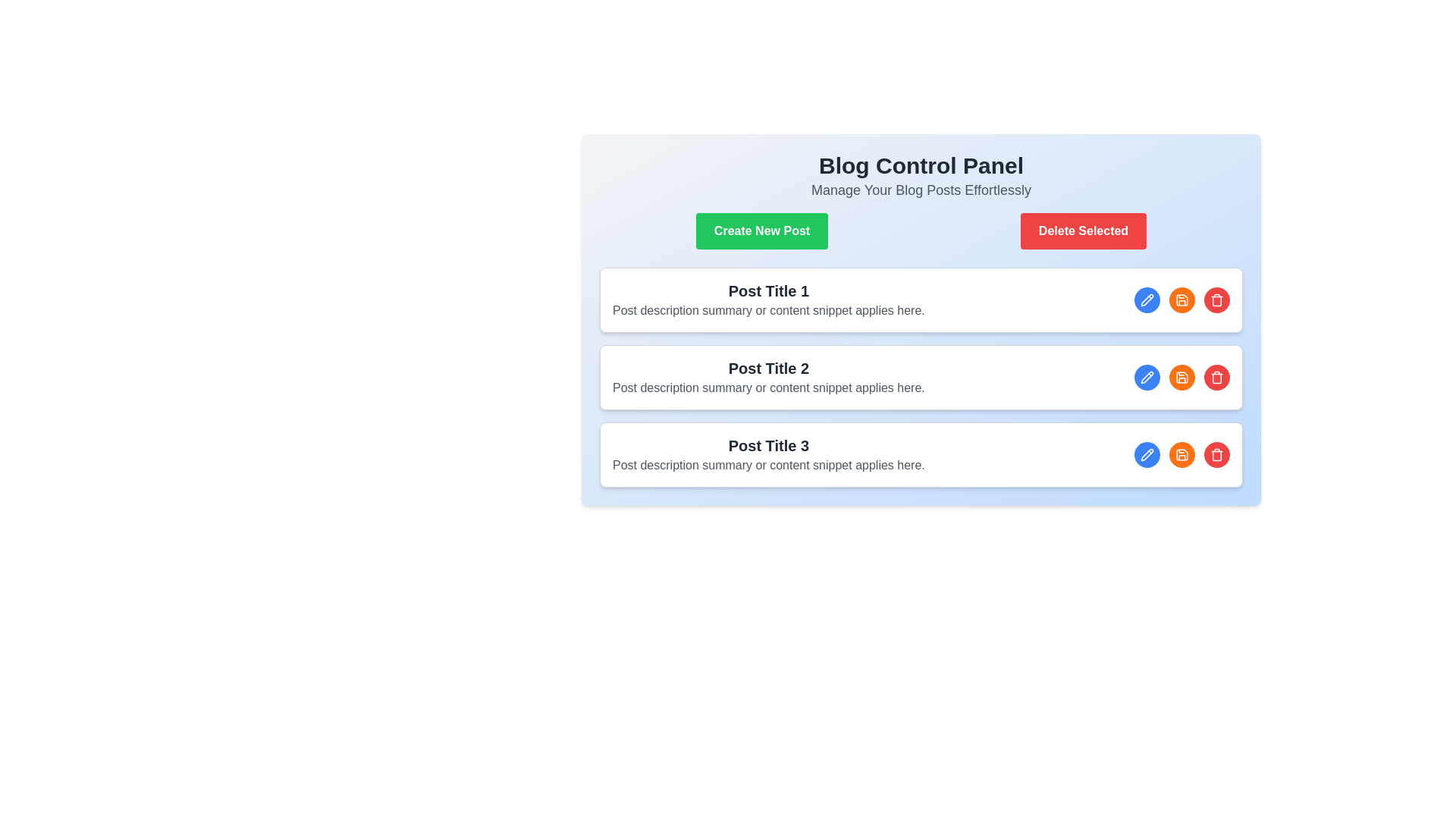  What do you see at coordinates (1216, 301) in the screenshot?
I see `the trash icon located at the far right of the third row in the list of posts, which signifies the delete functionality for 'Post Title 3'` at bounding box center [1216, 301].